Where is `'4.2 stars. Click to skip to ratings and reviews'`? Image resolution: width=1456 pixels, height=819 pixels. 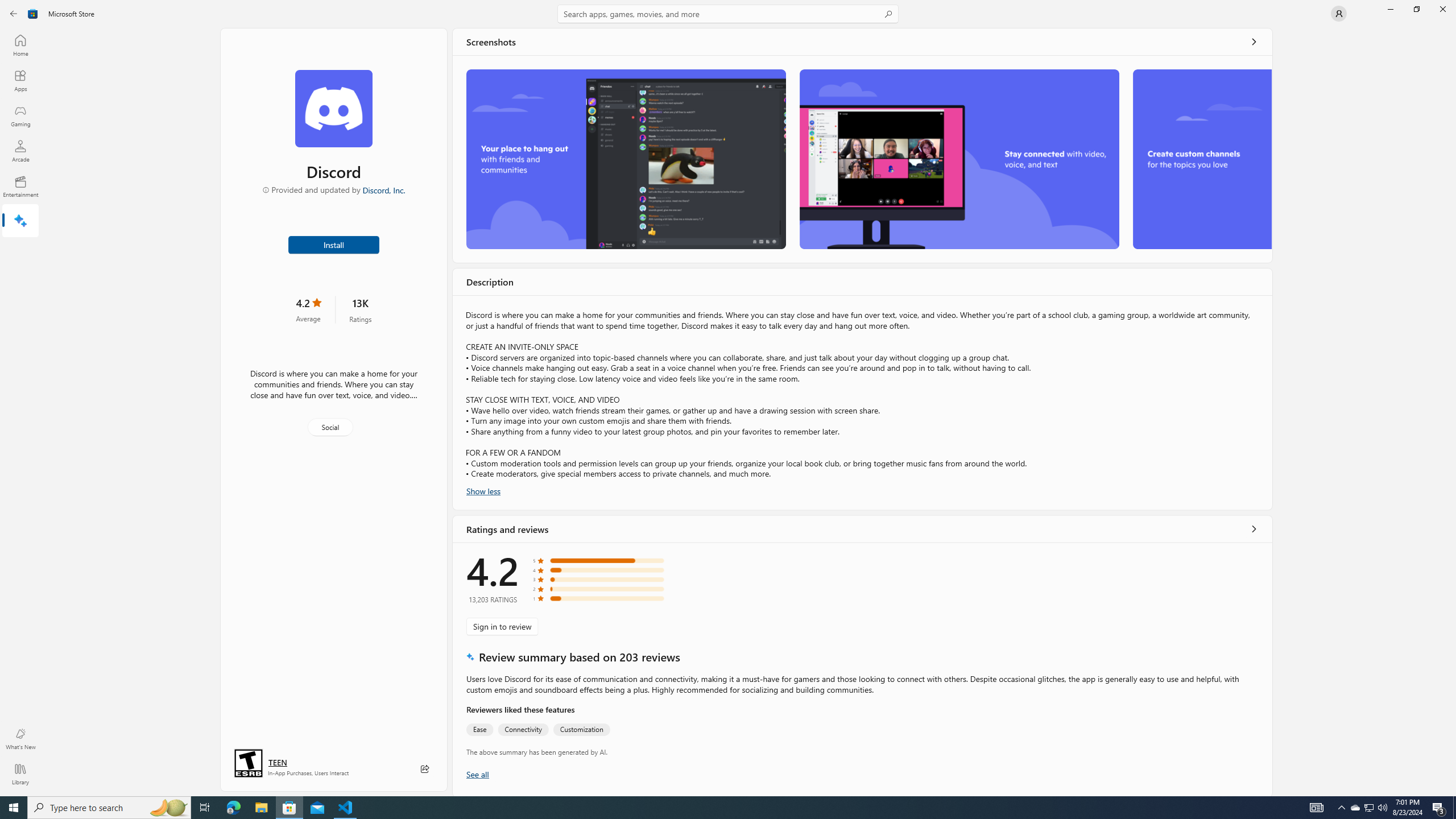
'4.2 stars. Click to skip to ratings and reviews' is located at coordinates (308, 309).